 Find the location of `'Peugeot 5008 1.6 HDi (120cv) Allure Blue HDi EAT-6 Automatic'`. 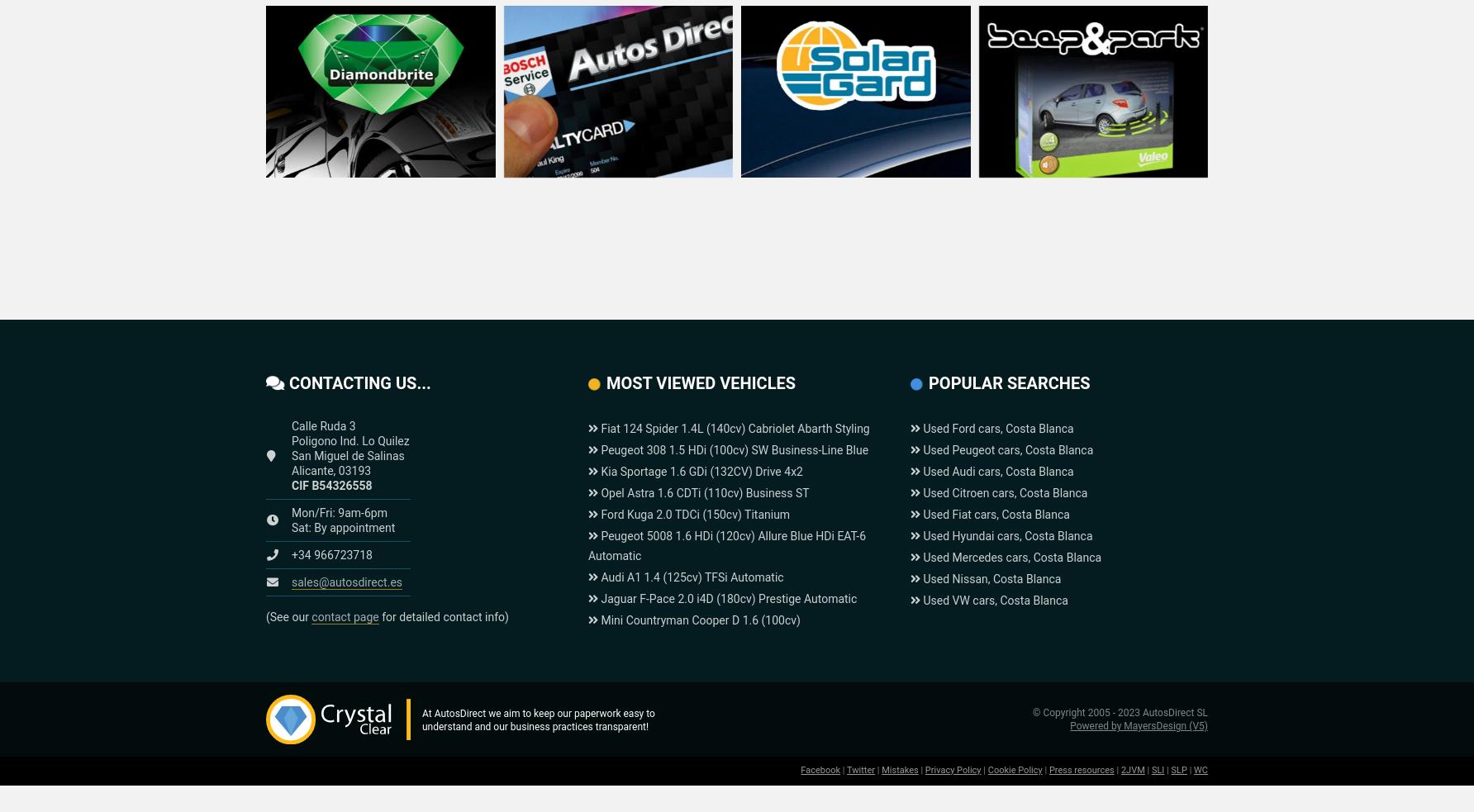

'Peugeot 5008 1.6 HDi (120cv) Allure Blue HDi EAT-6 Automatic' is located at coordinates (725, 544).